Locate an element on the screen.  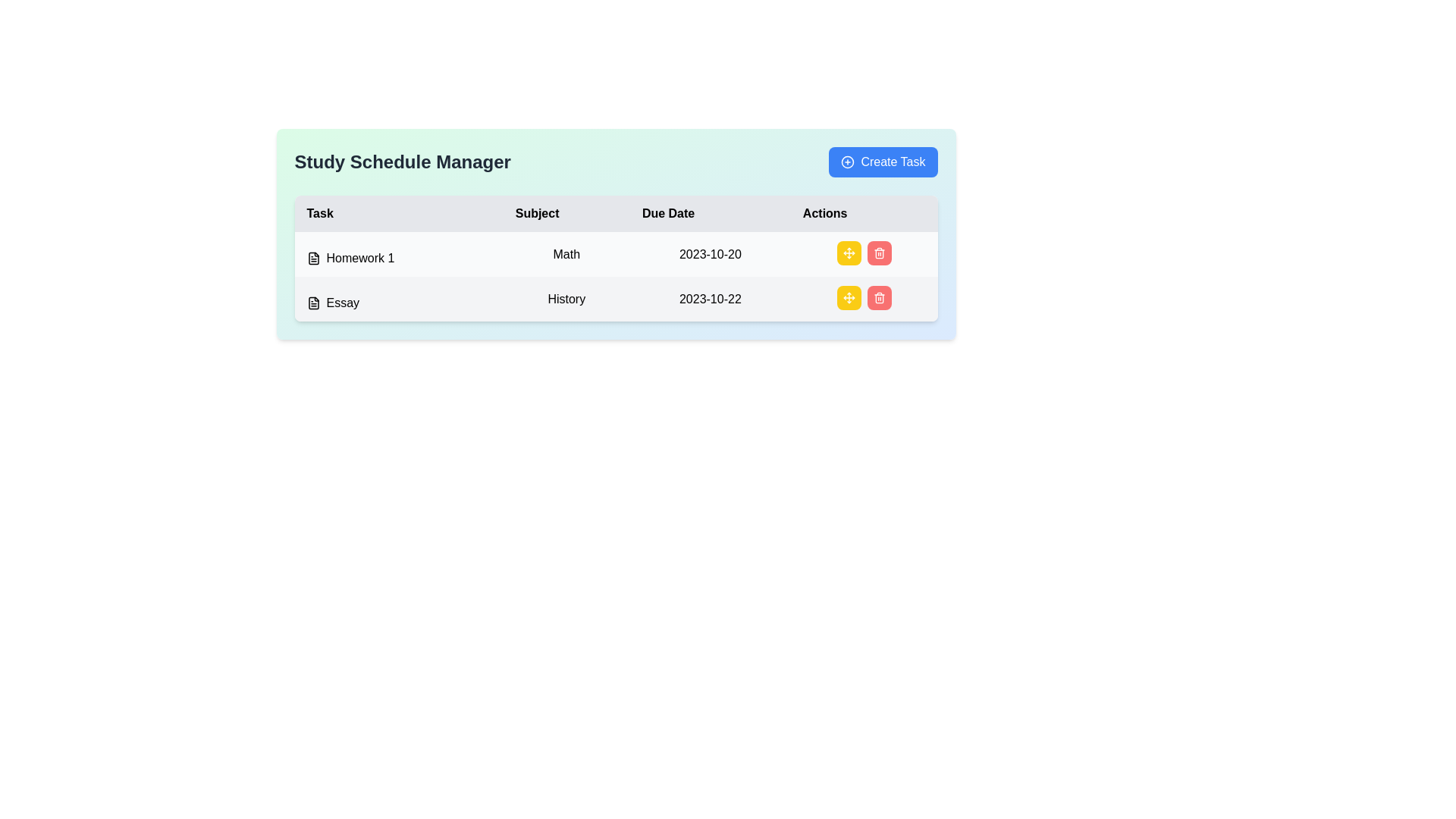
the non-editable text displaying the due date '2023-10-20' for the task 'Homework 1' in the central column under the 'Due Date' header is located at coordinates (709, 253).